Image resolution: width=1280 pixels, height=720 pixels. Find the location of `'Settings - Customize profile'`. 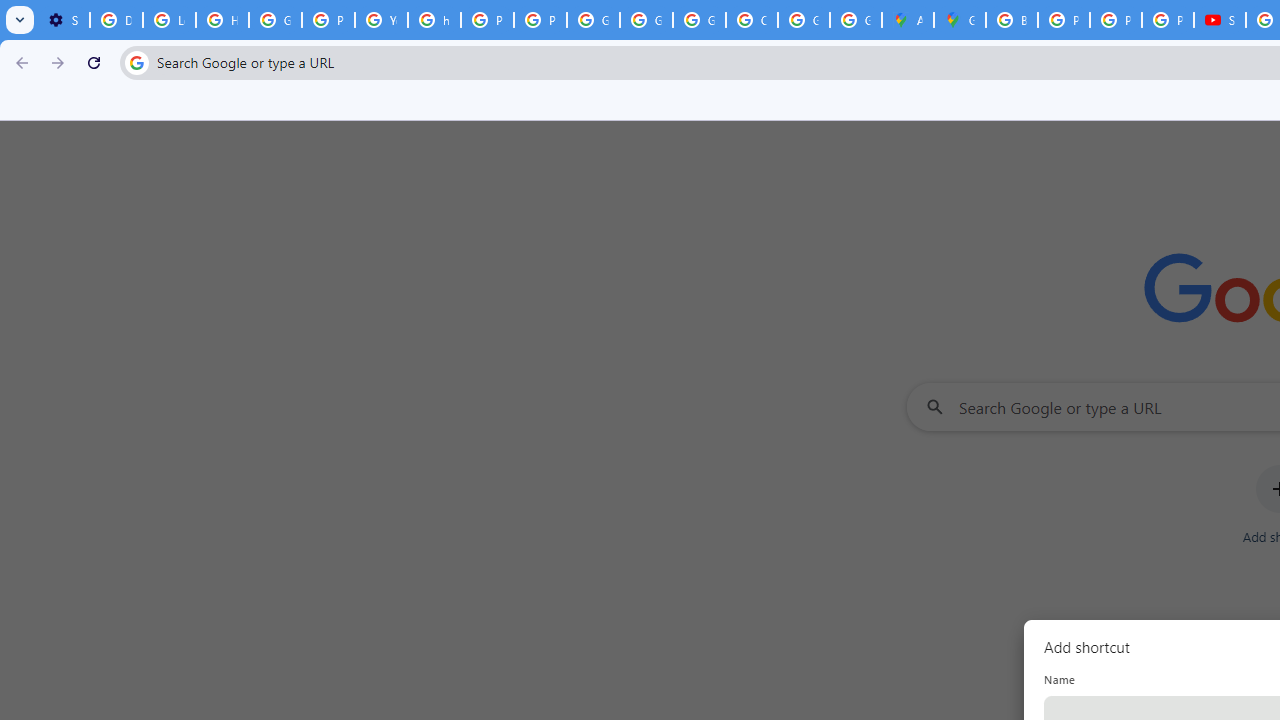

'Settings - Customize profile' is located at coordinates (63, 20).